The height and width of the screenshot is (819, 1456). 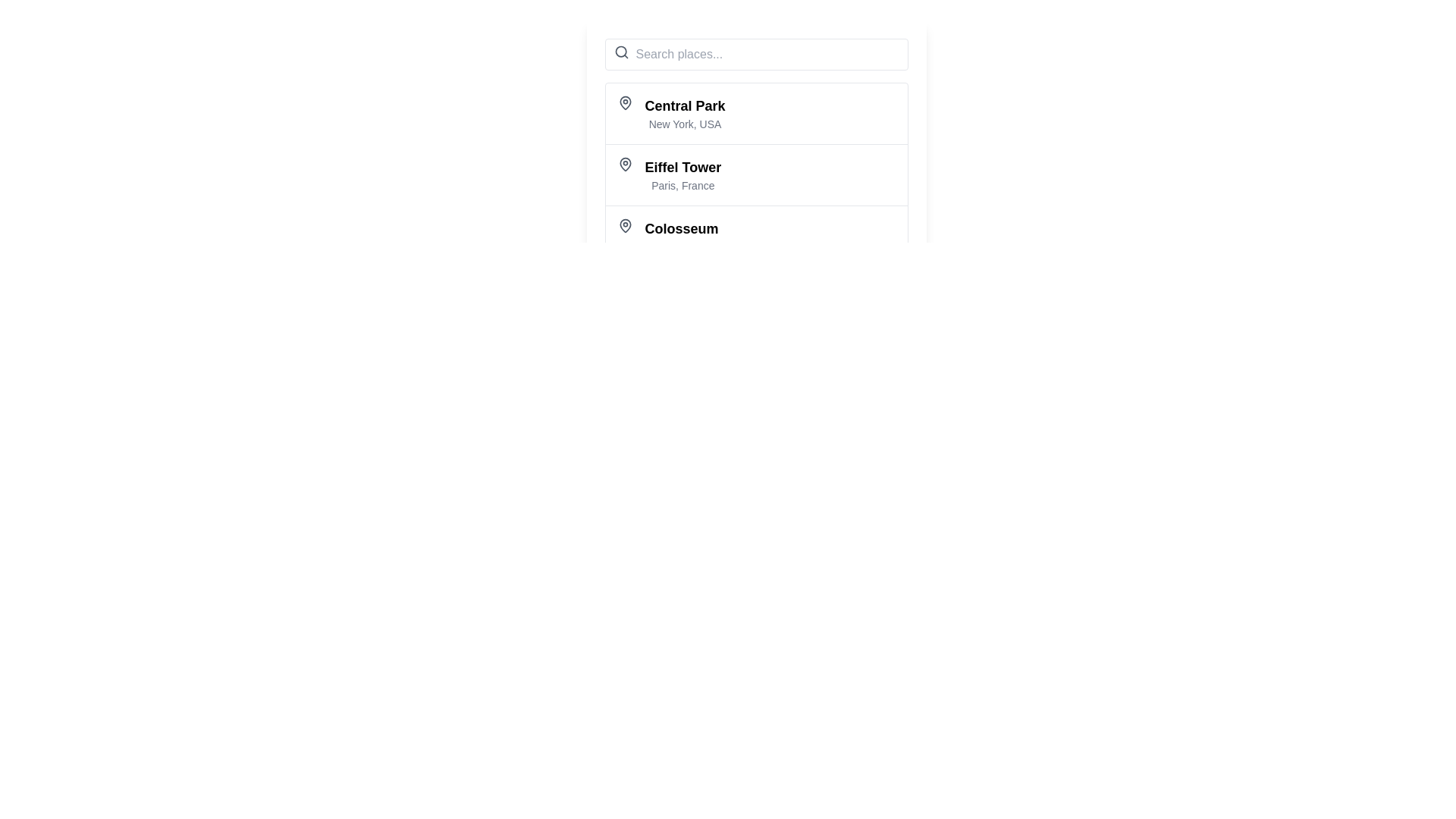 What do you see at coordinates (620, 51) in the screenshot?
I see `the circular outline of the magnifying glass lens in the search icon located to the left of the input field` at bounding box center [620, 51].